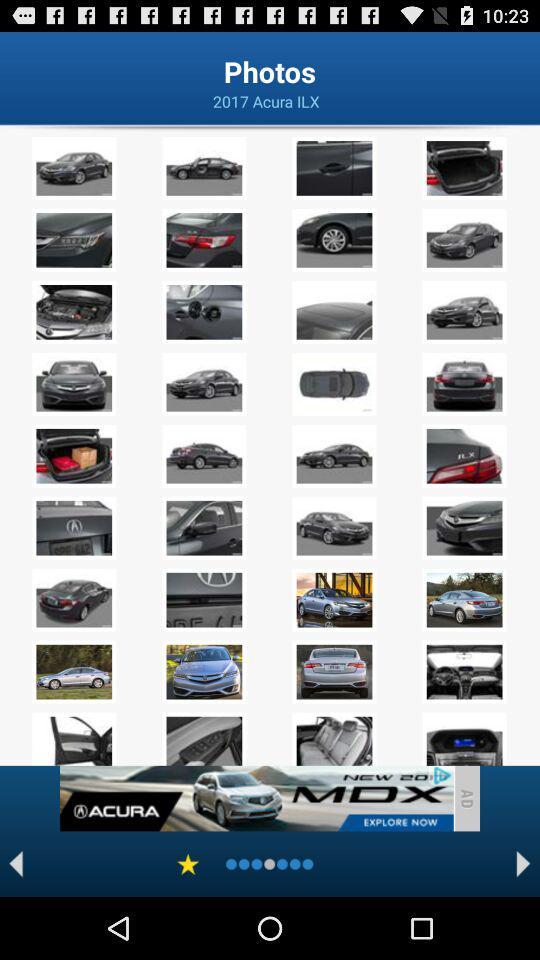 The width and height of the screenshot is (540, 960). I want to click on next the option, so click(523, 863).